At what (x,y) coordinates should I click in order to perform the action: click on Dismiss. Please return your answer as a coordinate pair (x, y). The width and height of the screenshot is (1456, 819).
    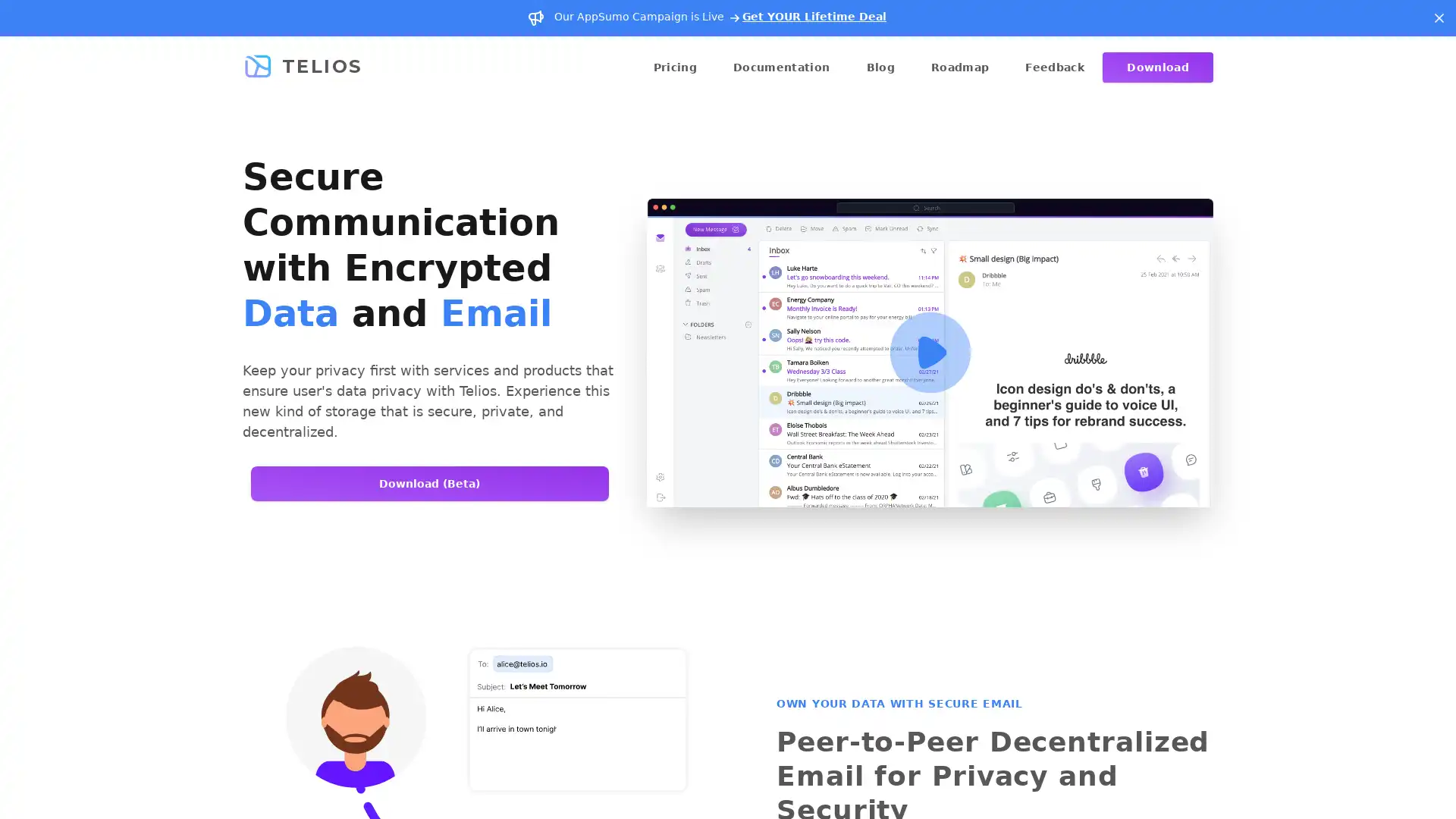
    Looking at the image, I should click on (1438, 17).